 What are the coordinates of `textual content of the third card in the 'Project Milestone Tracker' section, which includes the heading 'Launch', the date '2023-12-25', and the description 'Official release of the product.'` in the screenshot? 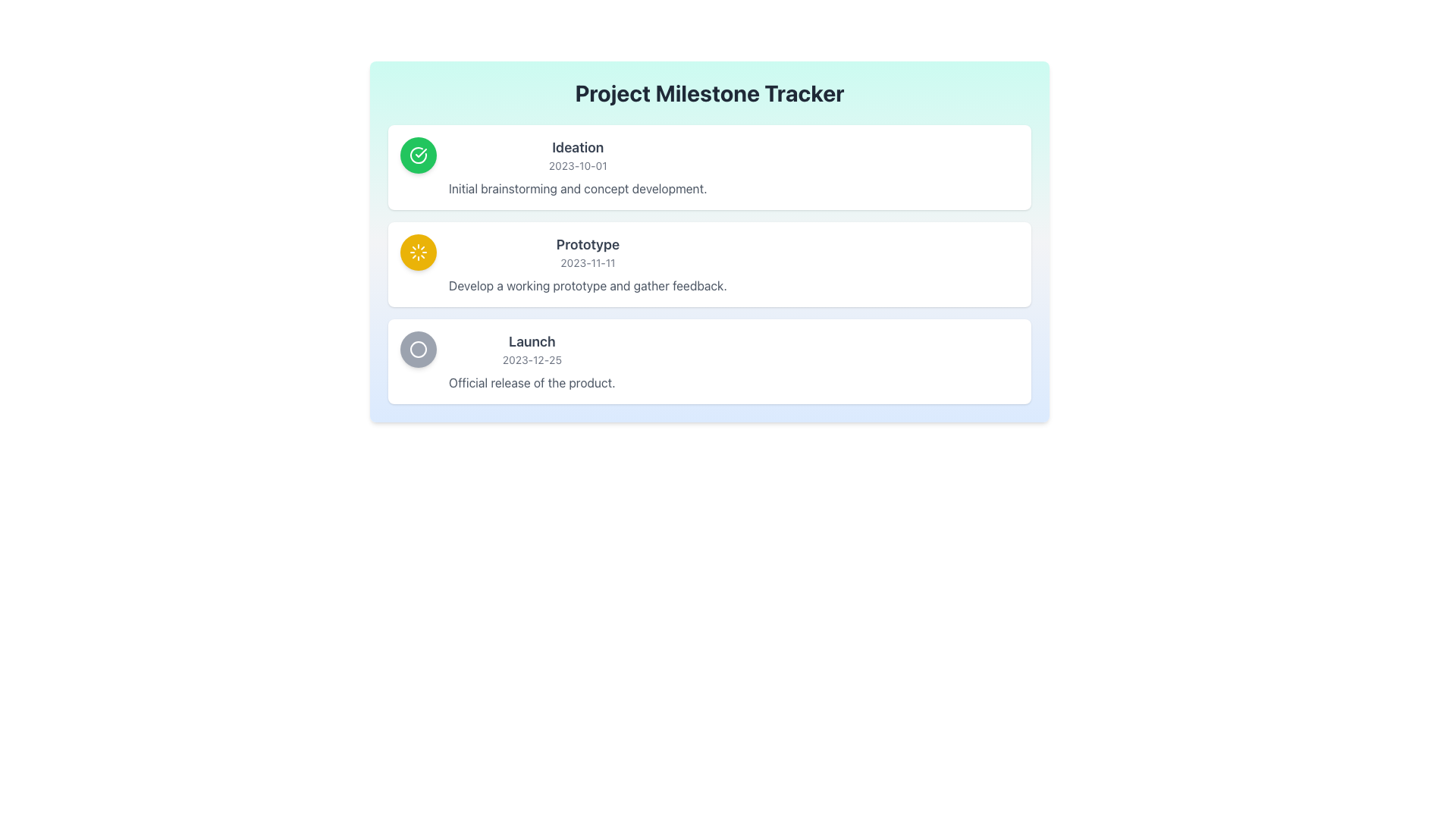 It's located at (532, 362).